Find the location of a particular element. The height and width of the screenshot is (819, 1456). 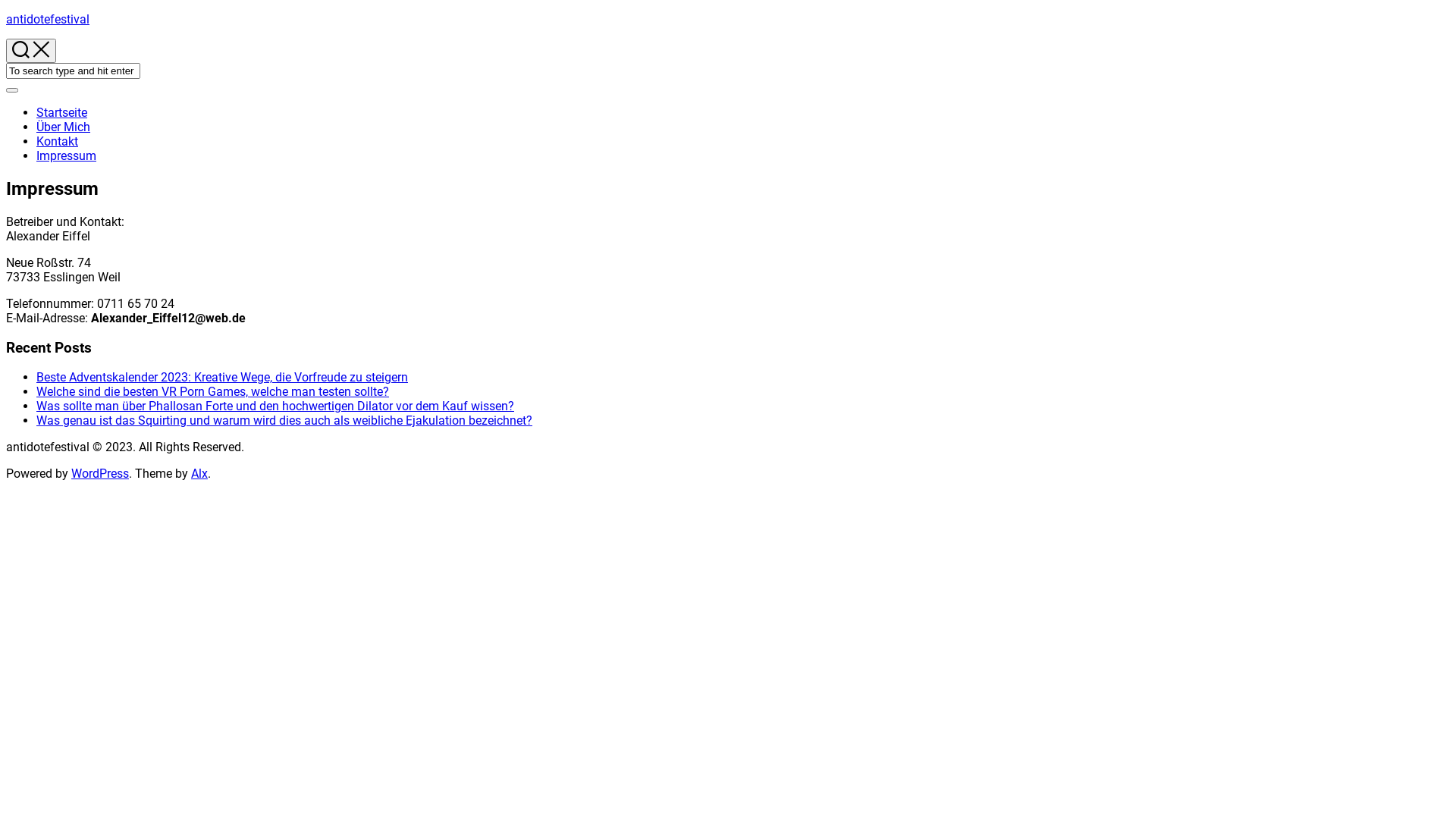

'Startseite' is located at coordinates (36, 111).